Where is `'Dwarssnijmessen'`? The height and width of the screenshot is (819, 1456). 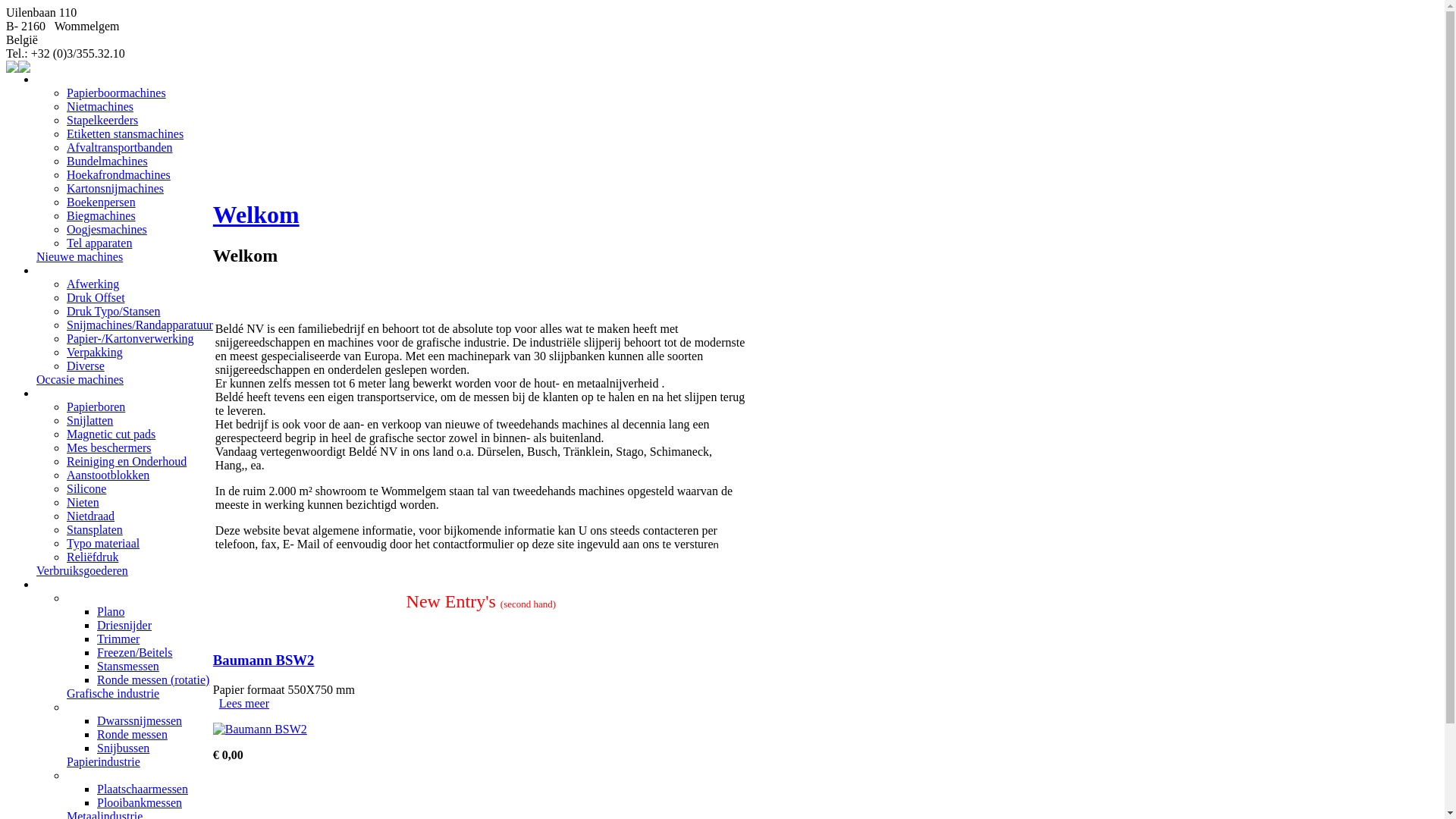 'Dwarssnijmessen' is located at coordinates (139, 720).